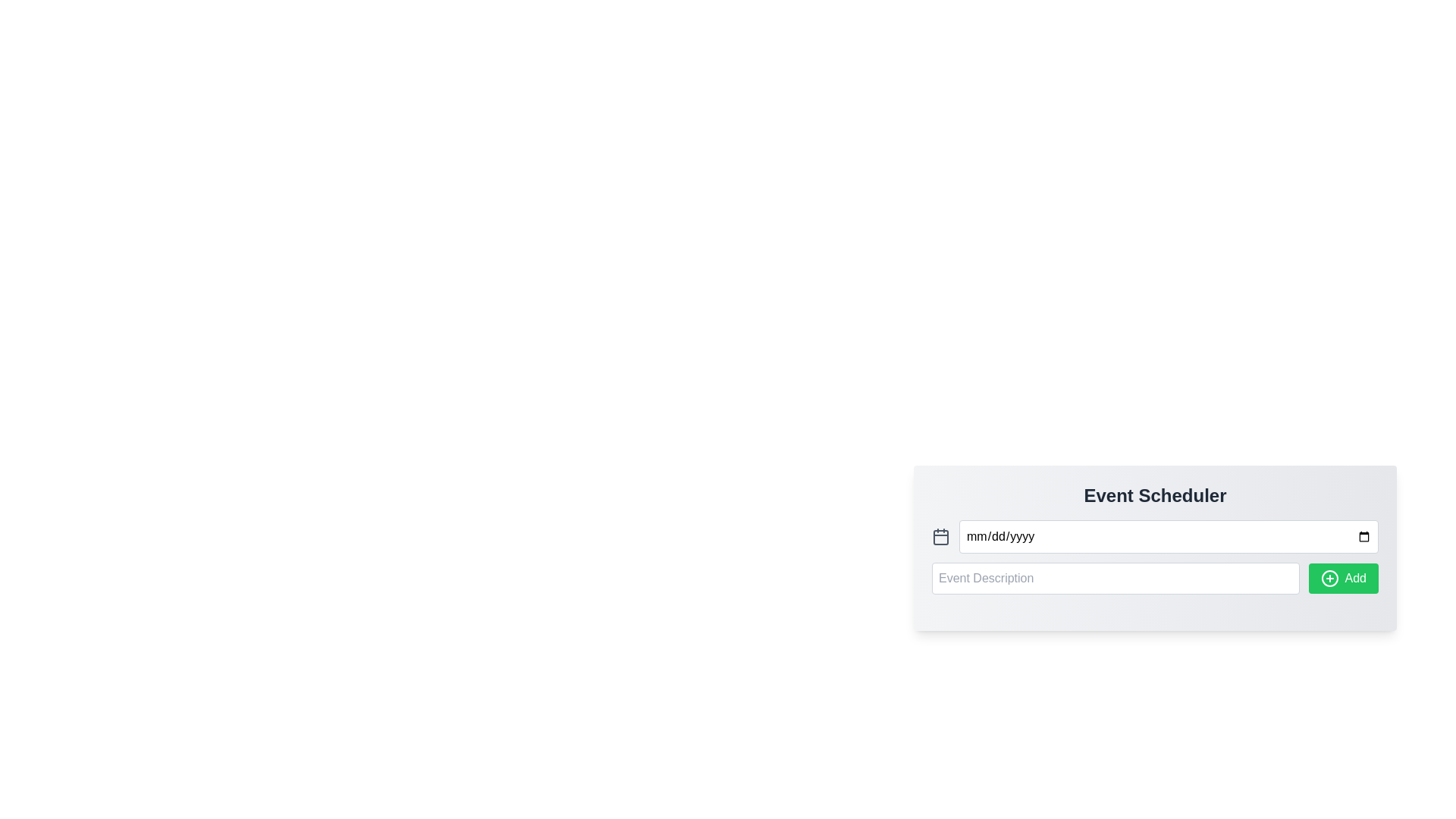 This screenshot has height=819, width=1456. Describe the element at coordinates (1154, 496) in the screenshot. I see `text of the Text Header, which serves as a title indicating the purpose of the section related to scheduling events` at that location.